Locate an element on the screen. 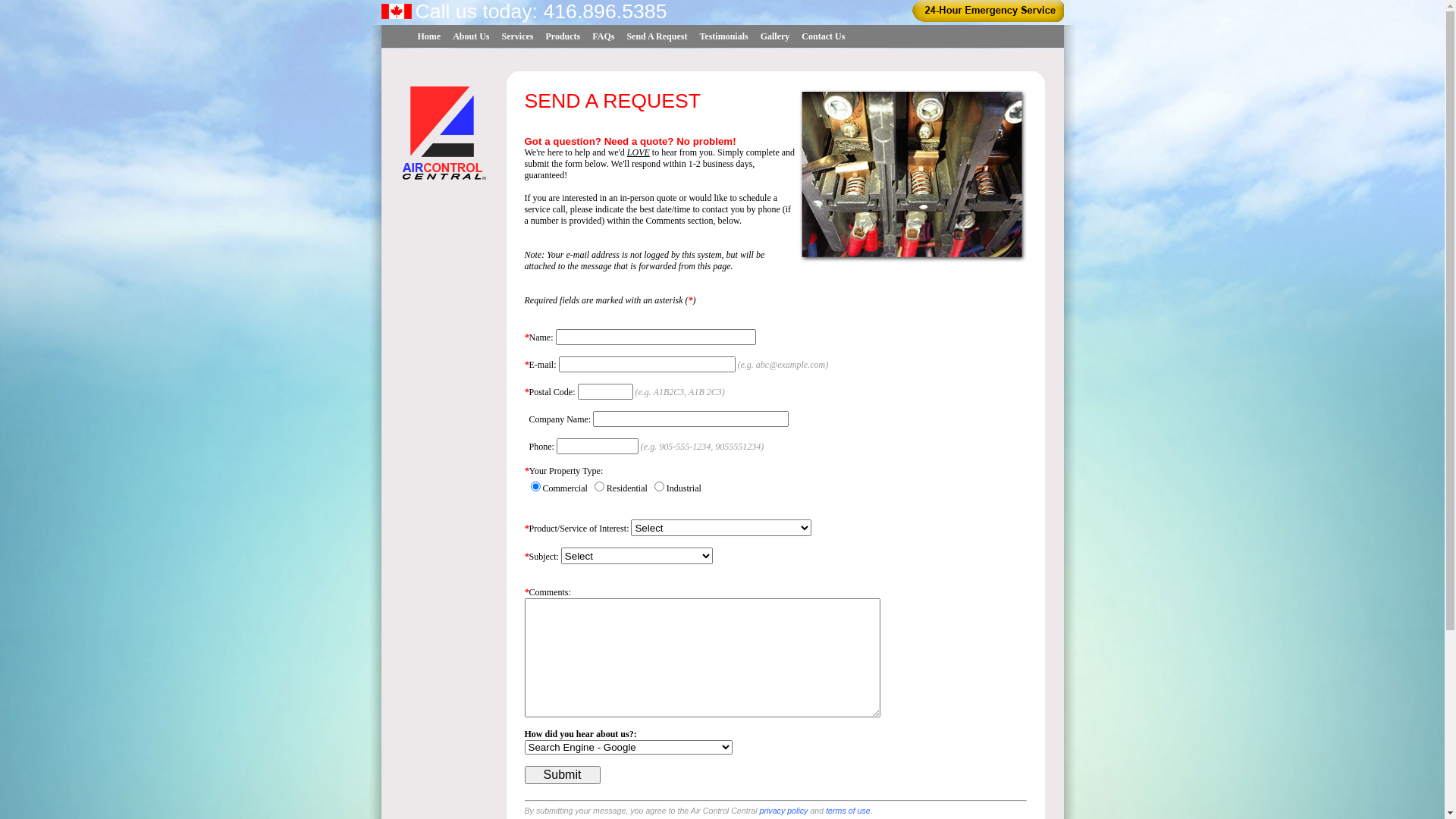  'About Us' is located at coordinates (446, 36).